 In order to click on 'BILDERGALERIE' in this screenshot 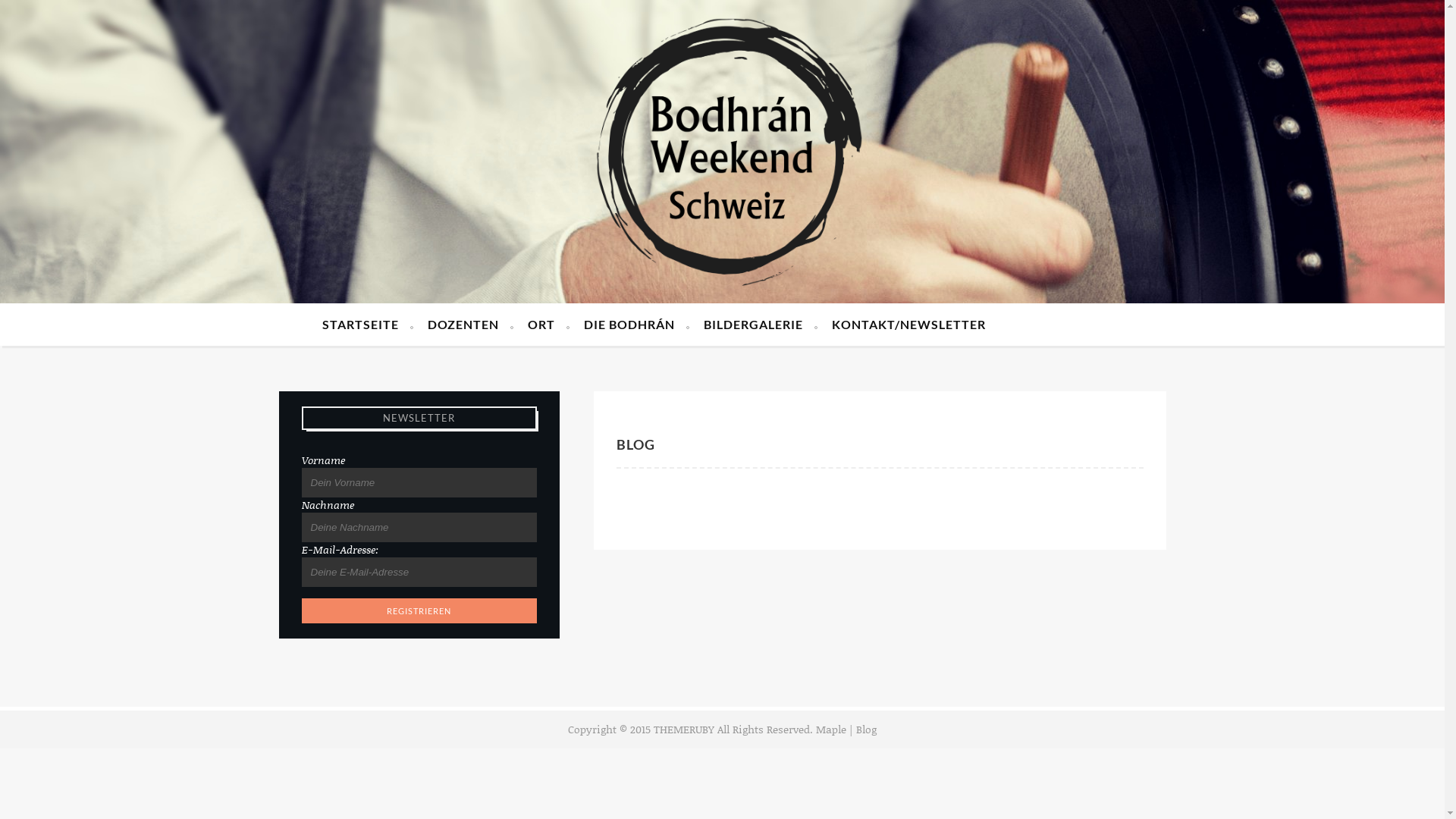, I will do `click(761, 324)`.